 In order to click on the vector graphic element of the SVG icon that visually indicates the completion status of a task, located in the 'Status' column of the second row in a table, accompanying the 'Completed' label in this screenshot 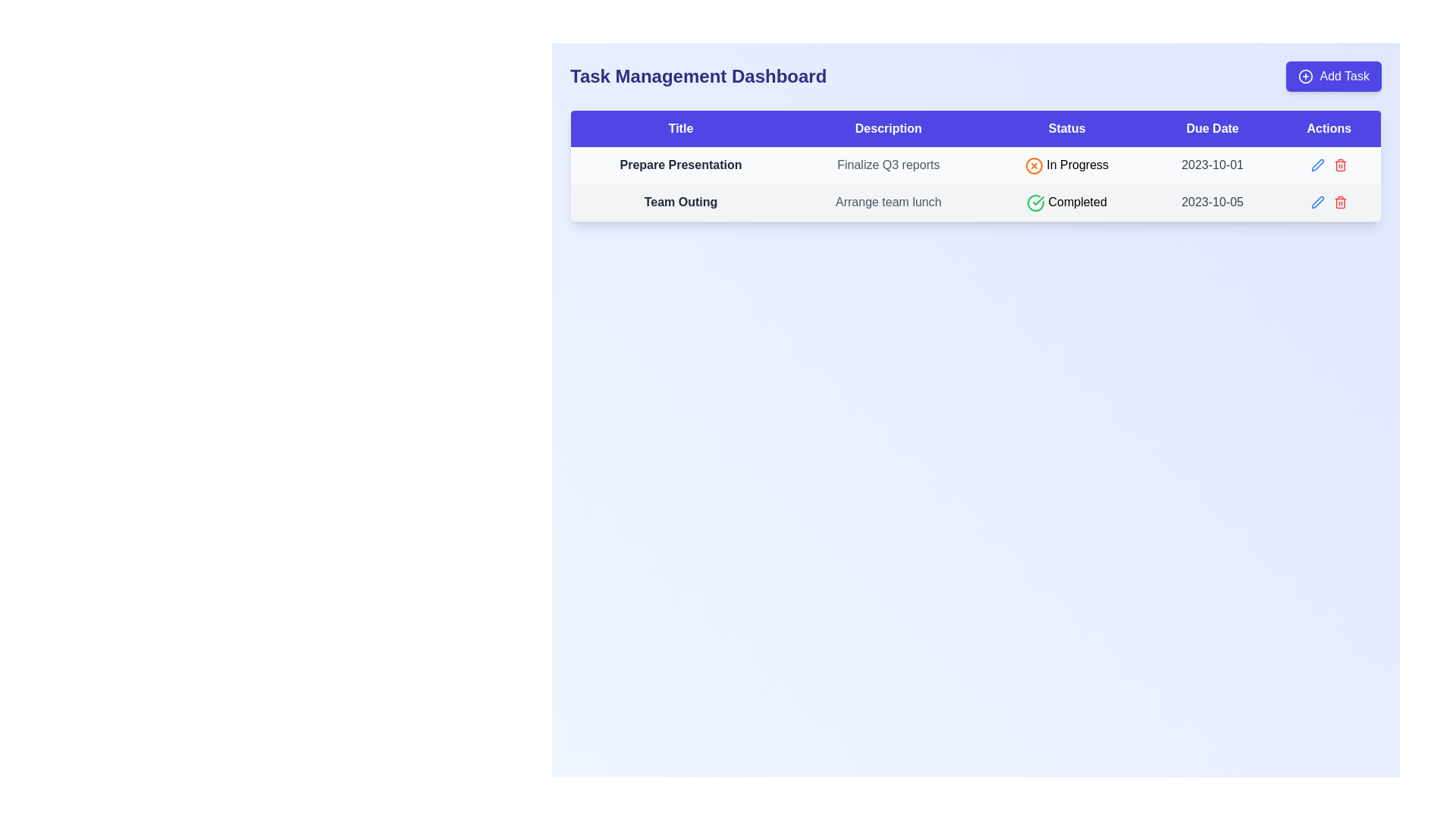, I will do `click(1035, 202)`.